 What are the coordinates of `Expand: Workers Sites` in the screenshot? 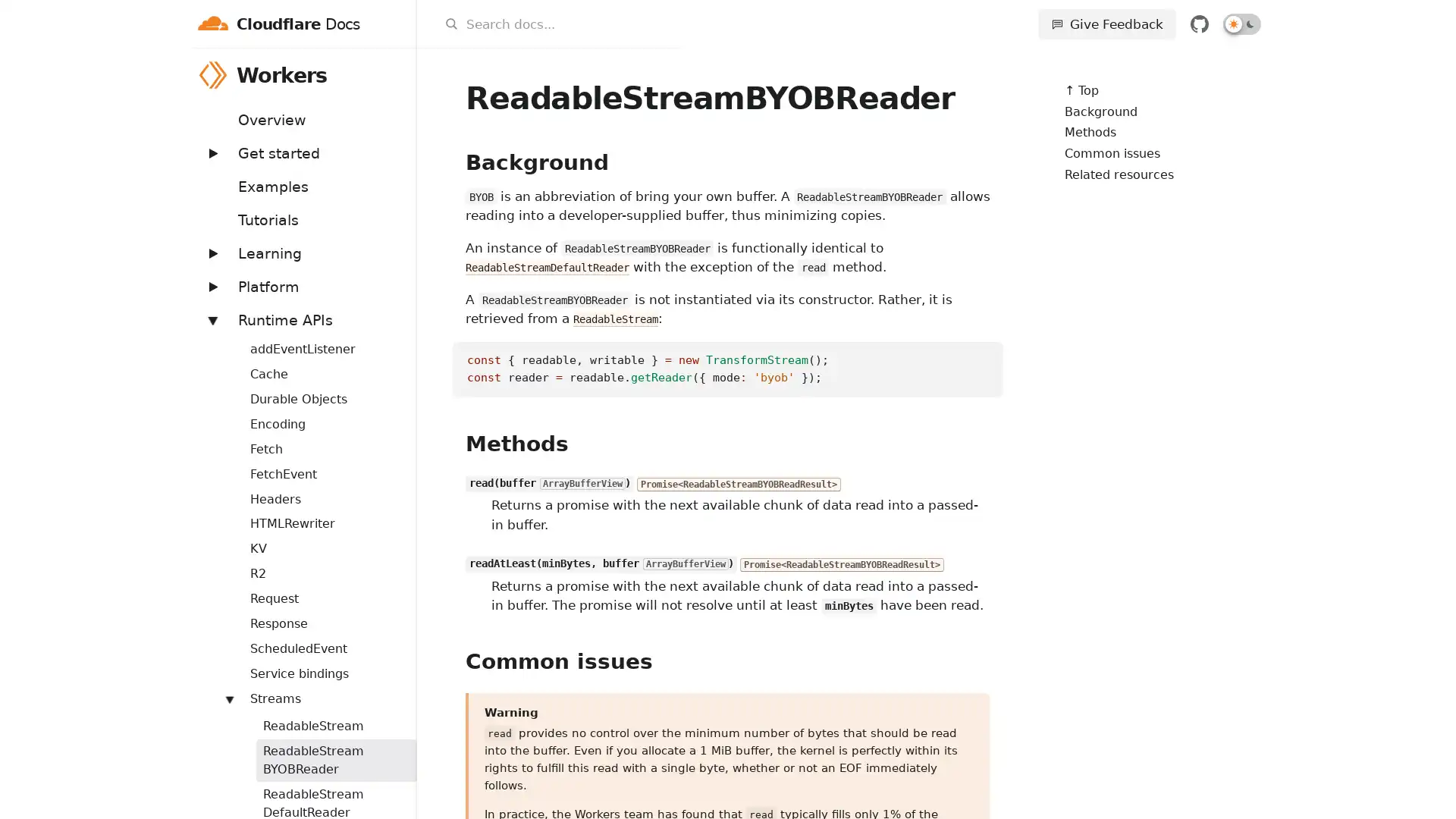 It's located at (221, 690).